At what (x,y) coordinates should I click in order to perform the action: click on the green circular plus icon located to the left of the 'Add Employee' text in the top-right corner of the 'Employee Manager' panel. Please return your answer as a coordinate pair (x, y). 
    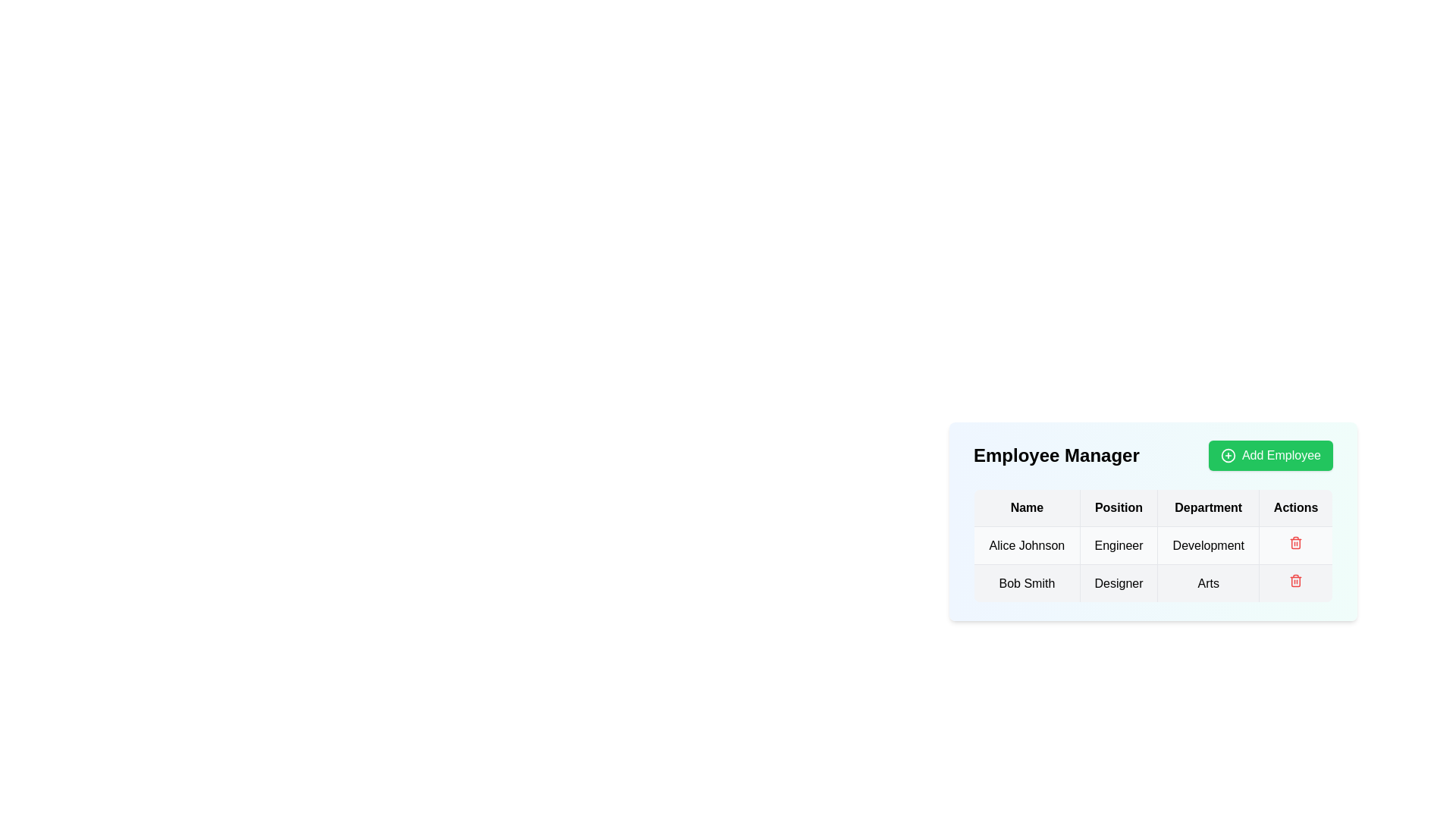
    Looking at the image, I should click on (1228, 455).